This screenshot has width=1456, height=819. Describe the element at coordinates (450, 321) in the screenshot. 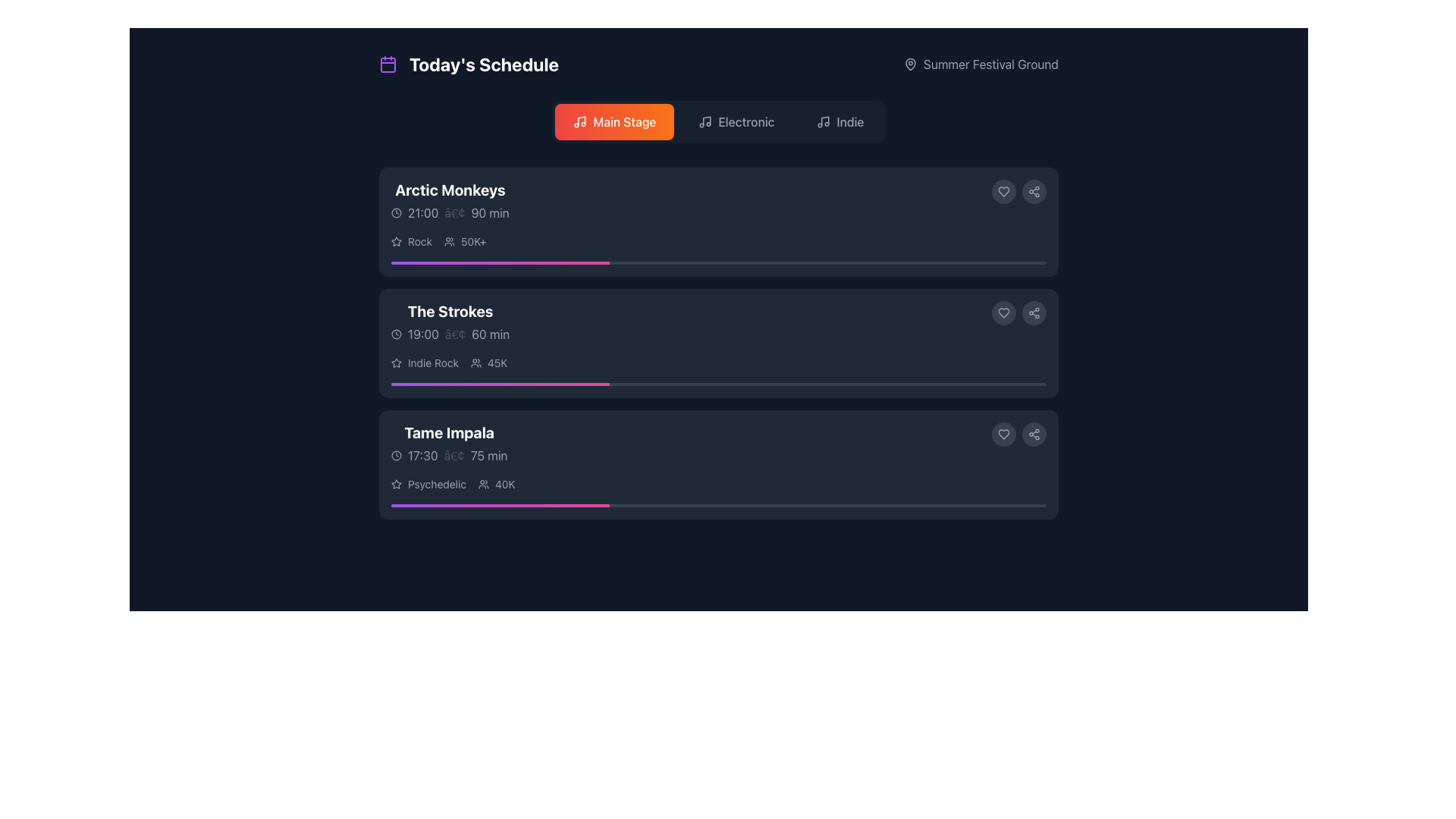

I see `the text display element that shows event information for 'The Strokes', which includes the details '19:00 â€¢ 60 min'` at that location.